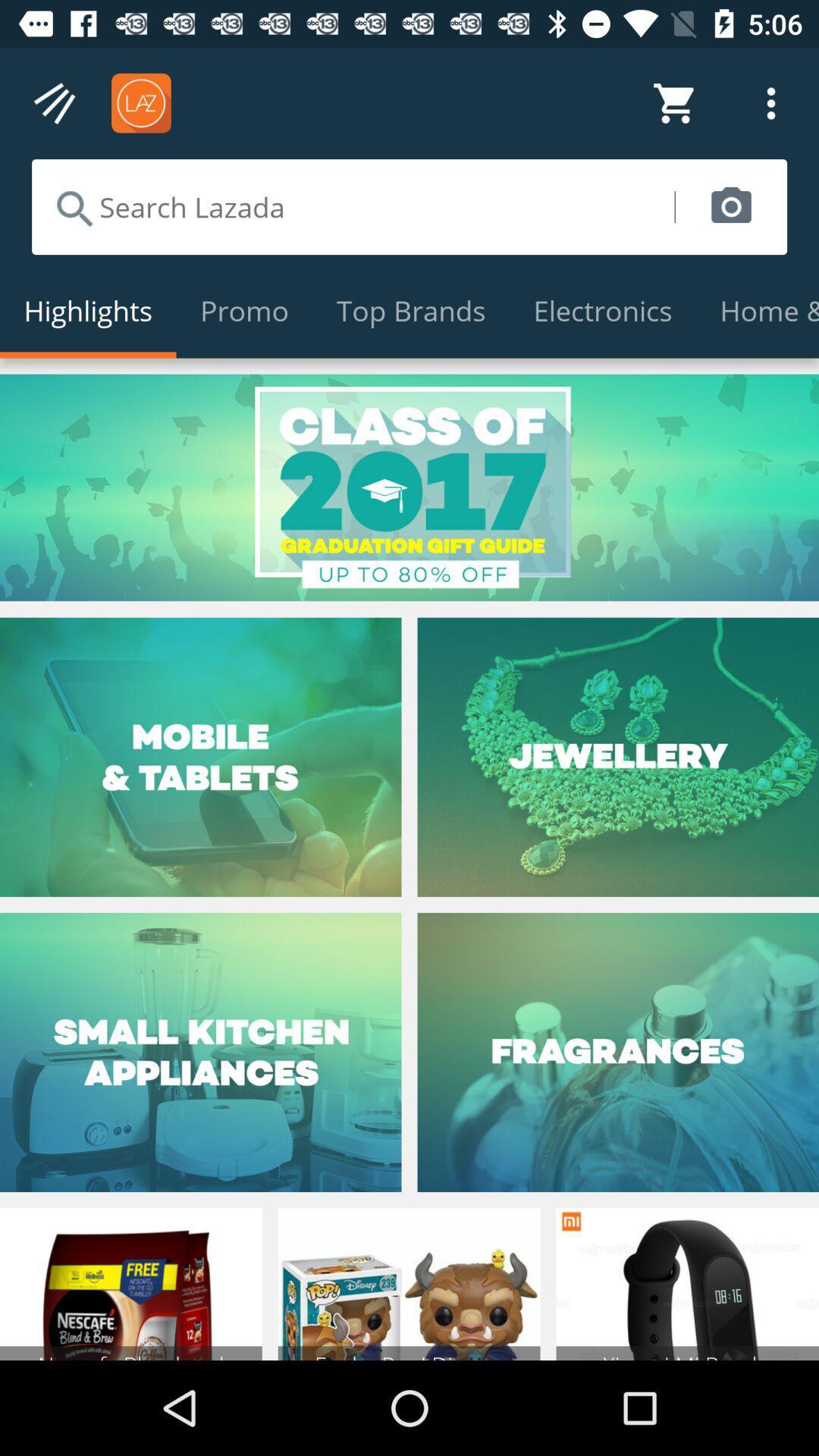  Describe the element at coordinates (353, 206) in the screenshot. I see `search` at that location.